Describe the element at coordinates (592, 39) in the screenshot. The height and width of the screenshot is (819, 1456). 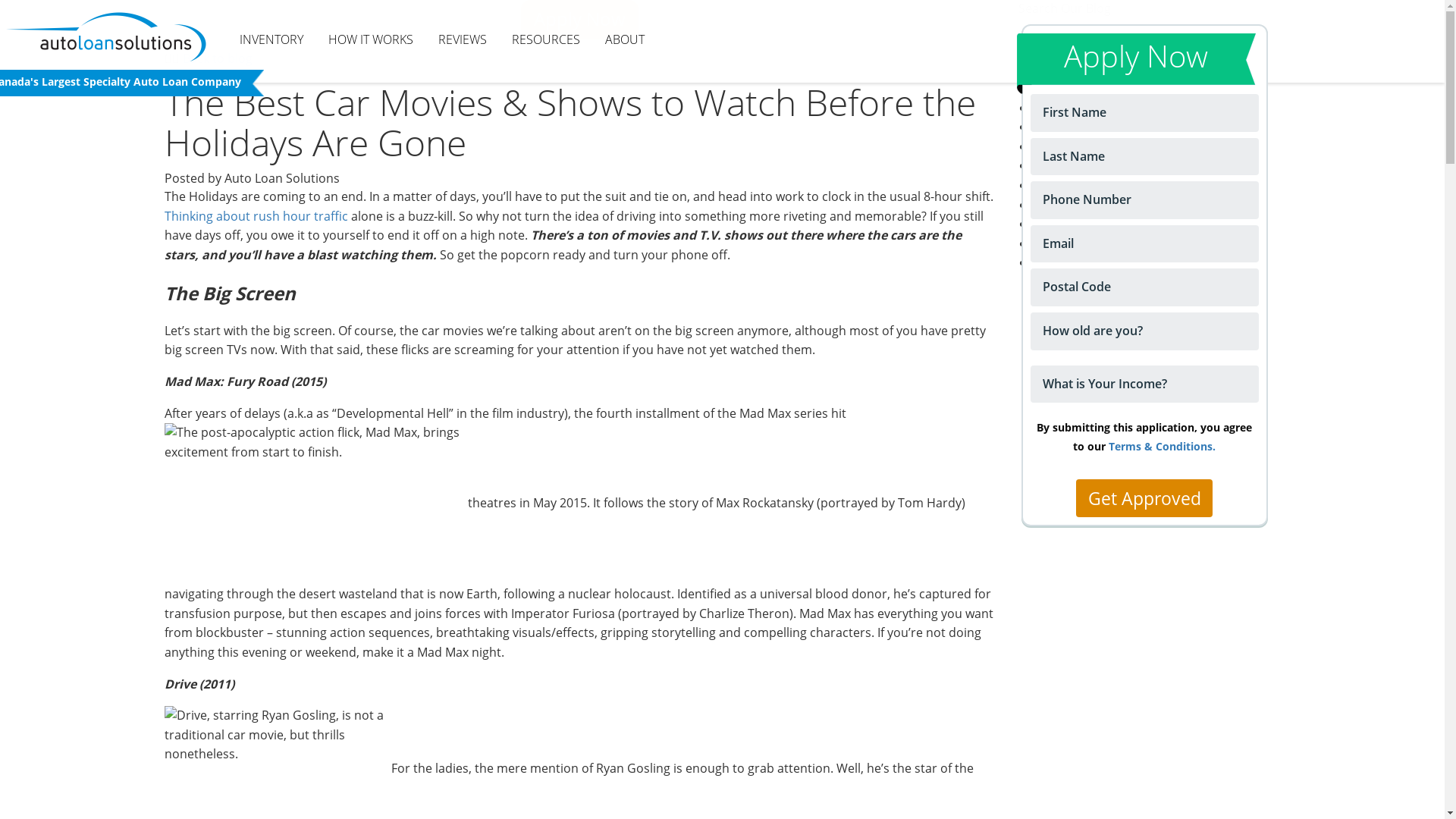
I see `'ABOUT'` at that location.